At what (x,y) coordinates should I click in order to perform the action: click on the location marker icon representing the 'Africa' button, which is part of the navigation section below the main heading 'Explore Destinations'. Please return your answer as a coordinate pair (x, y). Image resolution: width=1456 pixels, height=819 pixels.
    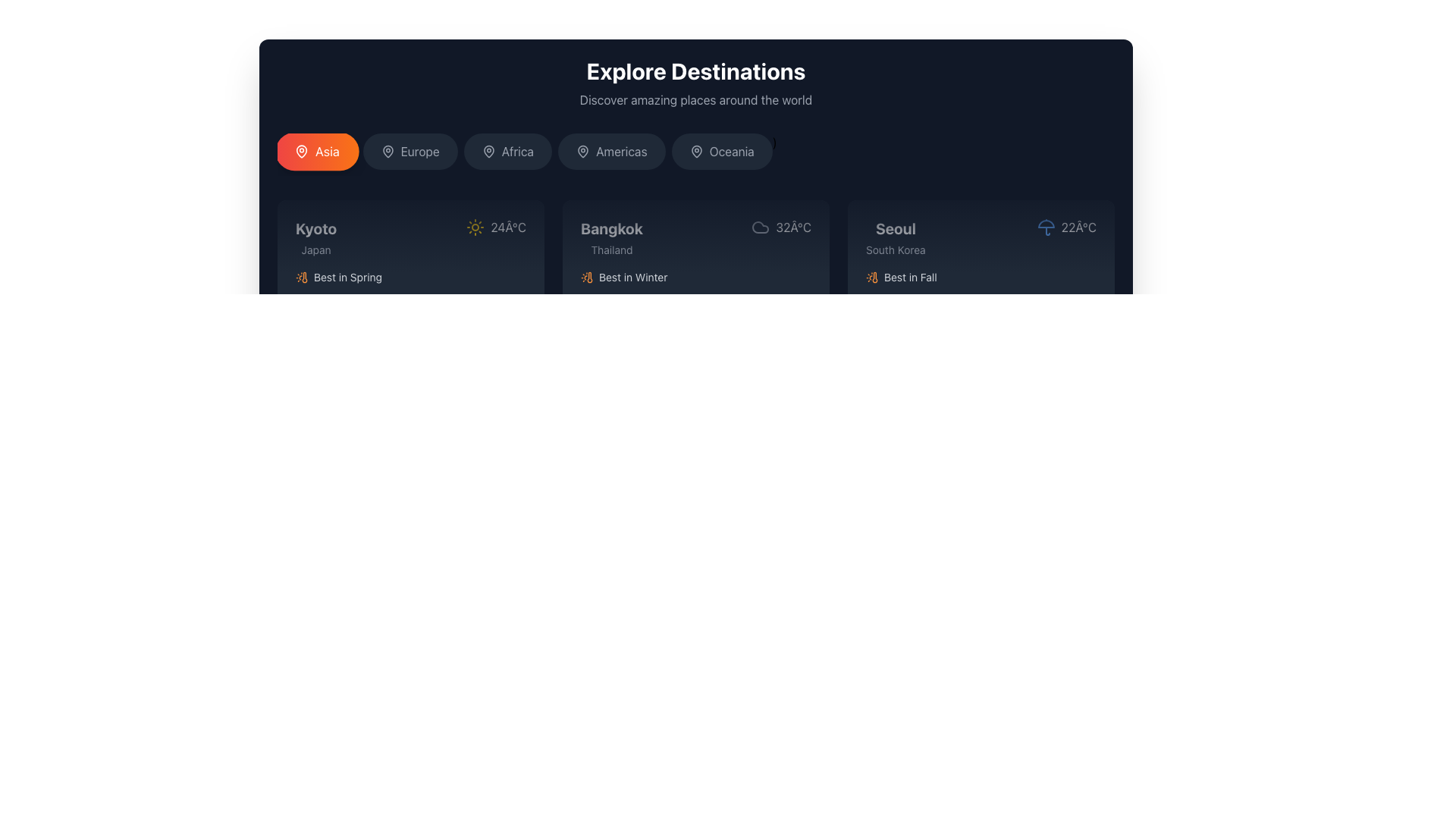
    Looking at the image, I should click on (488, 152).